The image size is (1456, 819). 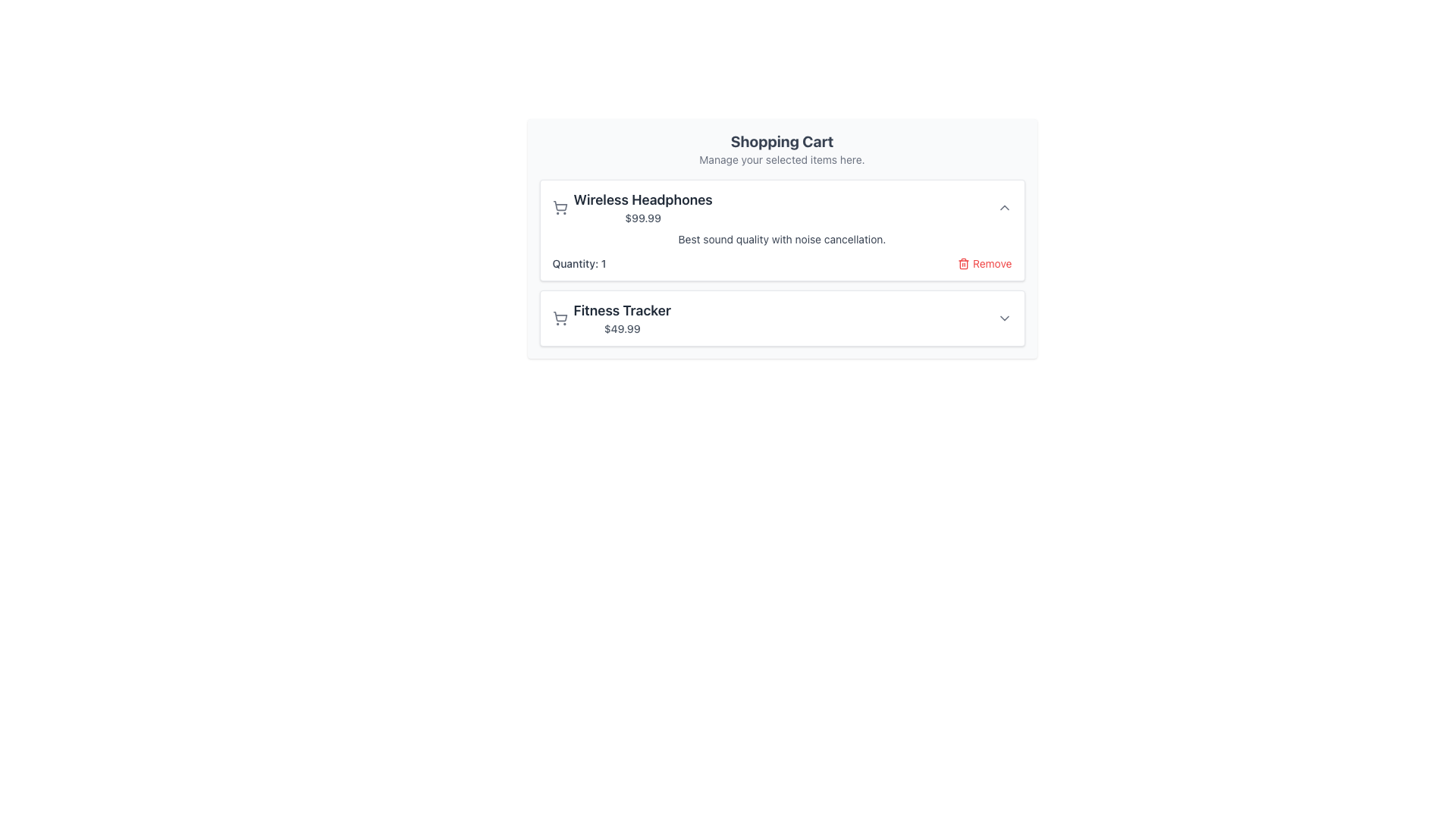 What do you see at coordinates (782, 262) in the screenshot?
I see `'Quantity: 1' information displayed on the cart item for 'Wireless Headphones', which is located to the left of the interactive 'Remove' button` at bounding box center [782, 262].